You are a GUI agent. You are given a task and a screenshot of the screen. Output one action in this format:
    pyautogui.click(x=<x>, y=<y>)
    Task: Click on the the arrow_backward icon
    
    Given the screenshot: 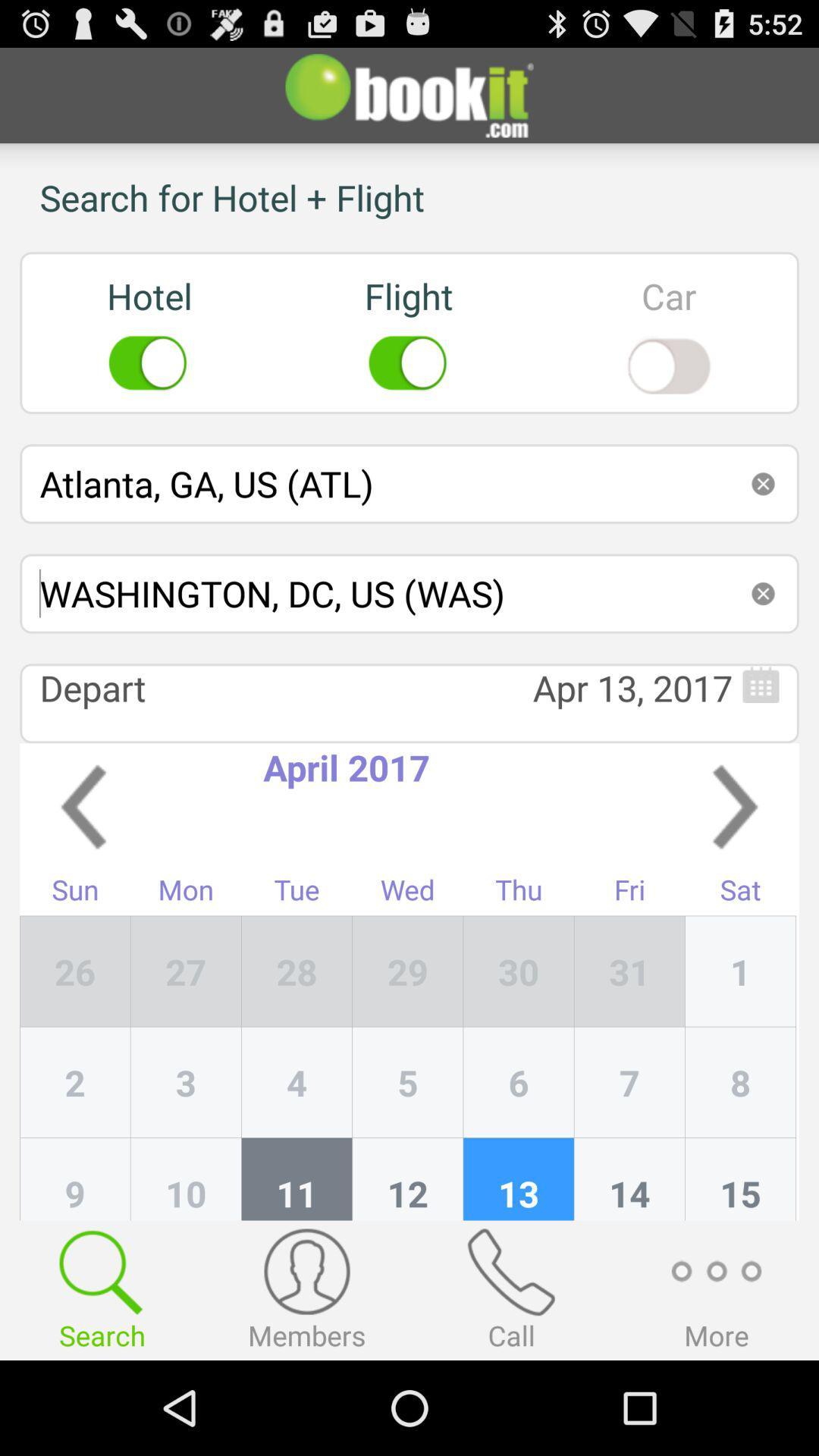 What is the action you would take?
    pyautogui.click(x=83, y=863)
    